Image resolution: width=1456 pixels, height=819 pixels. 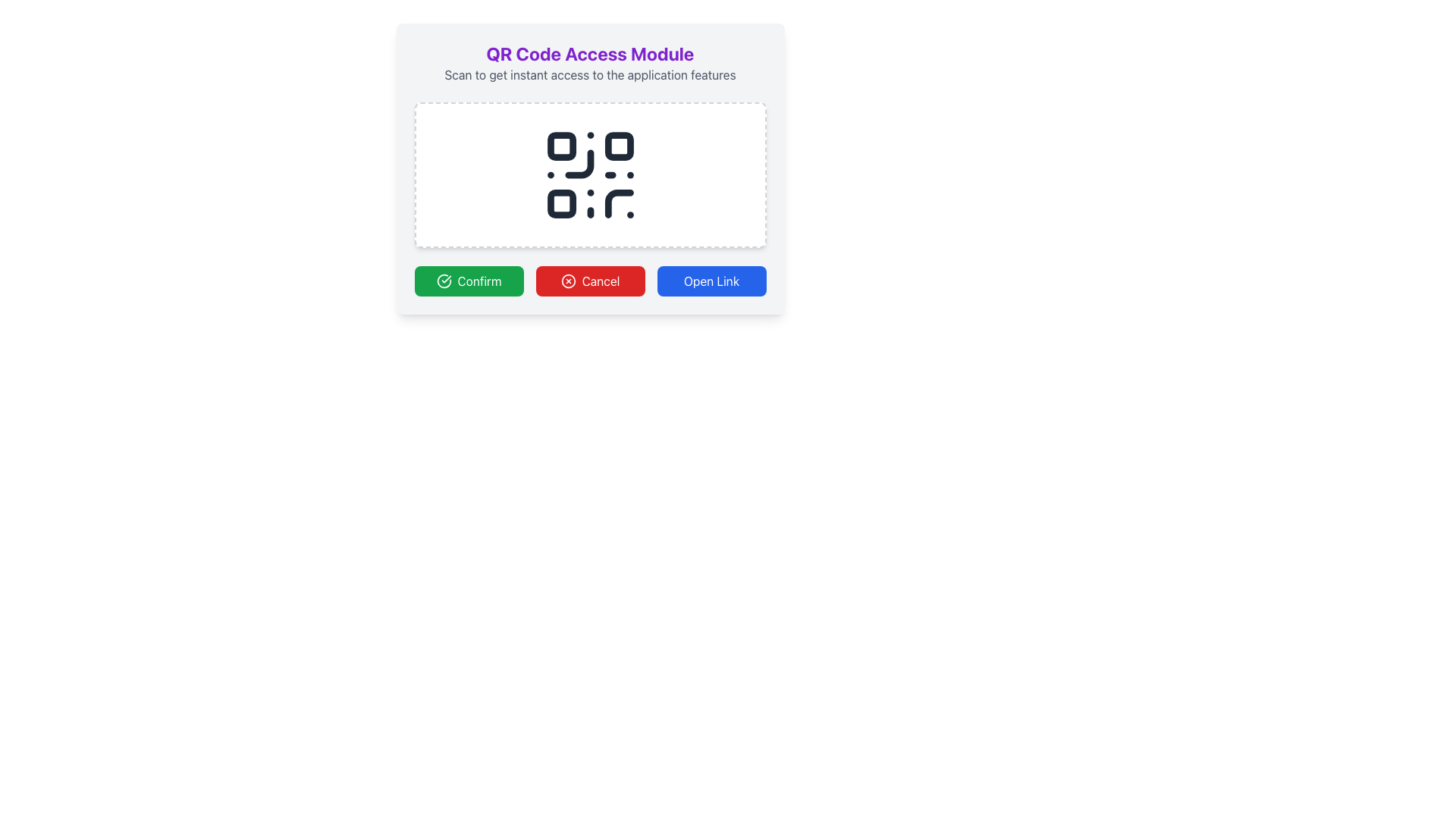 I want to click on the square with rounded corners that is part of the QR code graphic, positioned in the upper right quadrant and is the second square from the left among the larger visible squares, so click(x=619, y=146).